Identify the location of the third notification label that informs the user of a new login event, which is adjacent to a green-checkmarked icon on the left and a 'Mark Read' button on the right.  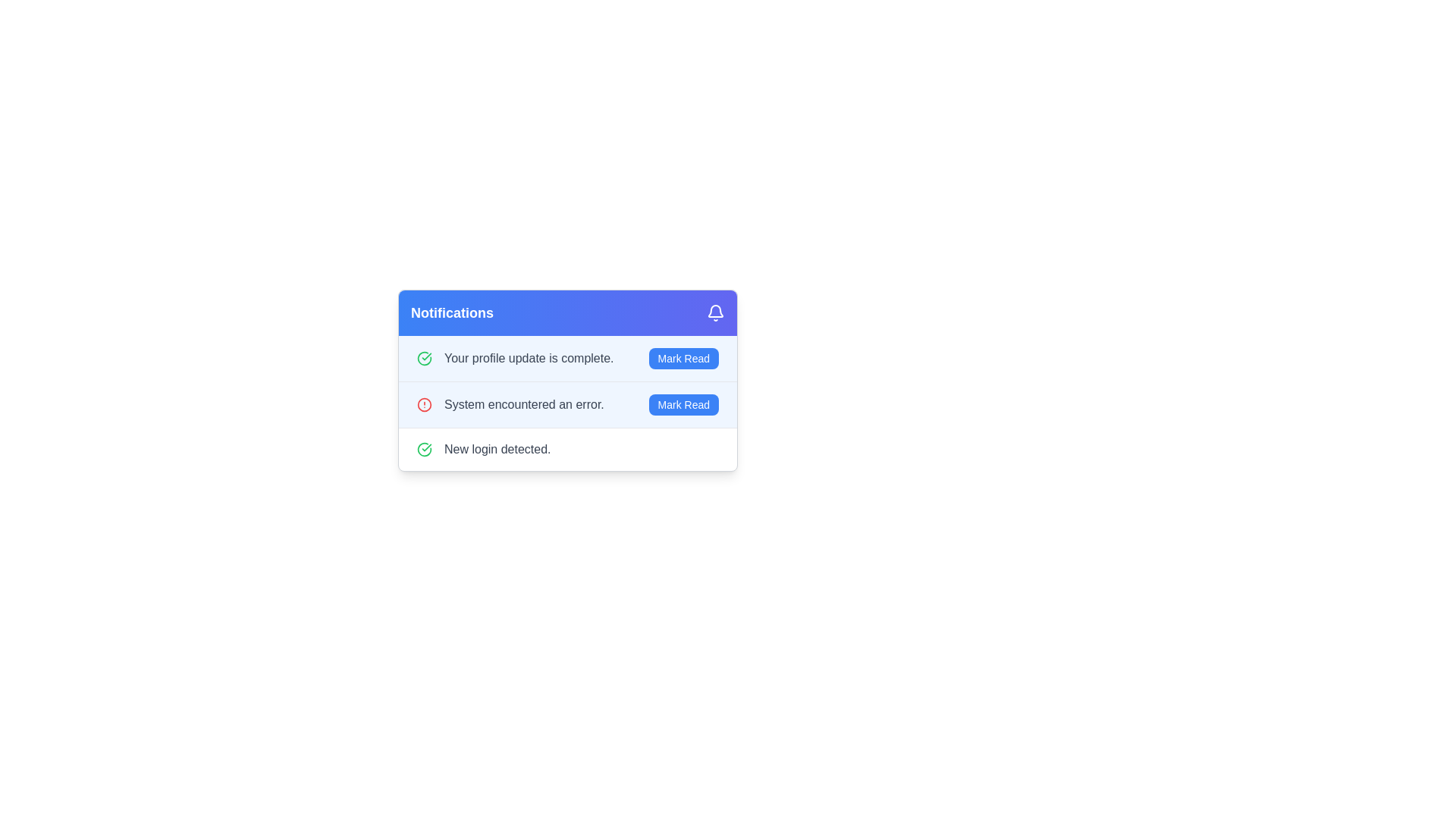
(497, 449).